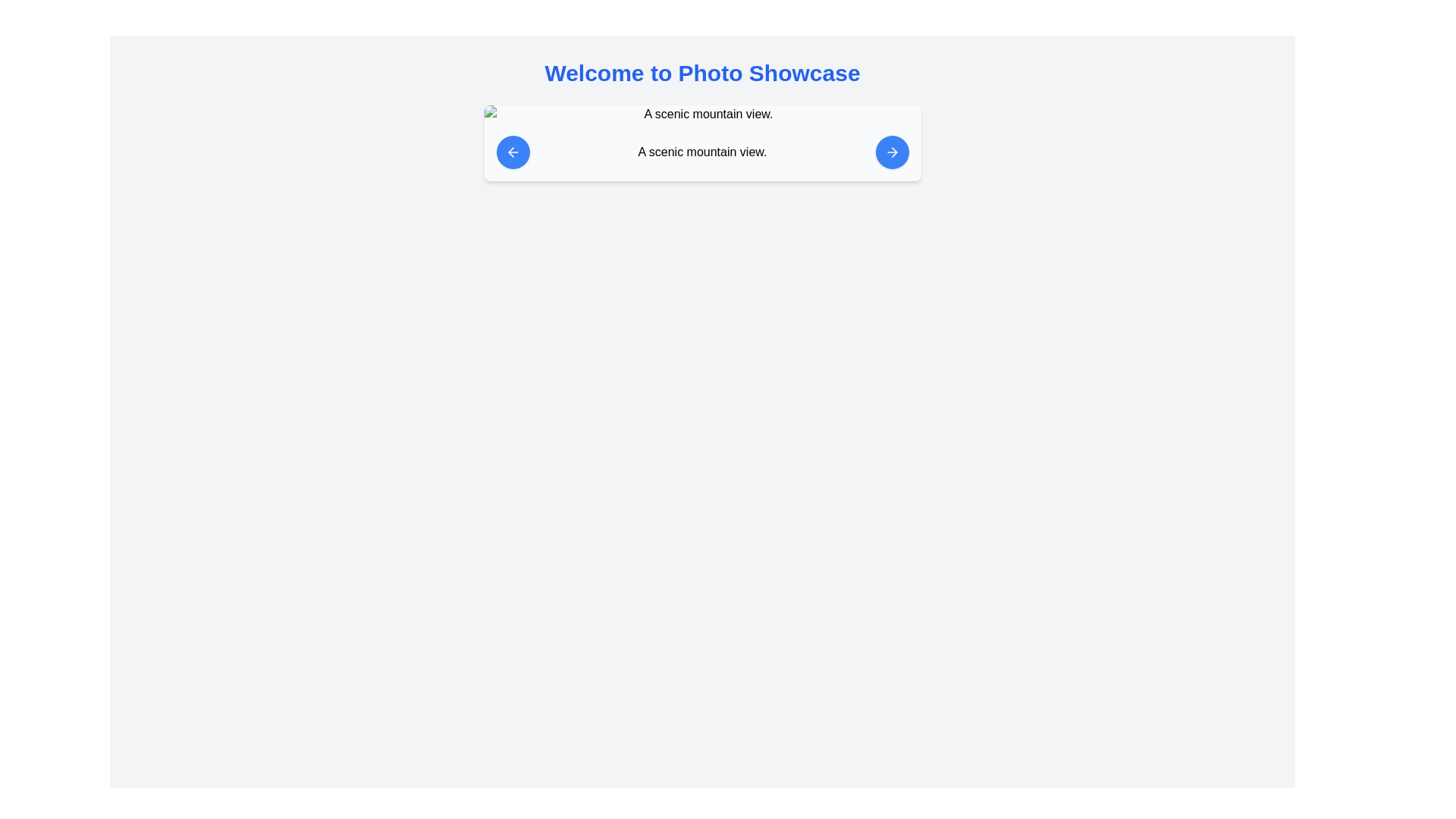 The image size is (1456, 819). What do you see at coordinates (510, 152) in the screenshot?
I see `the leftward-pointing arrow icon within the circular button, which is located to the left of the text 'A scenic mountain view'` at bounding box center [510, 152].